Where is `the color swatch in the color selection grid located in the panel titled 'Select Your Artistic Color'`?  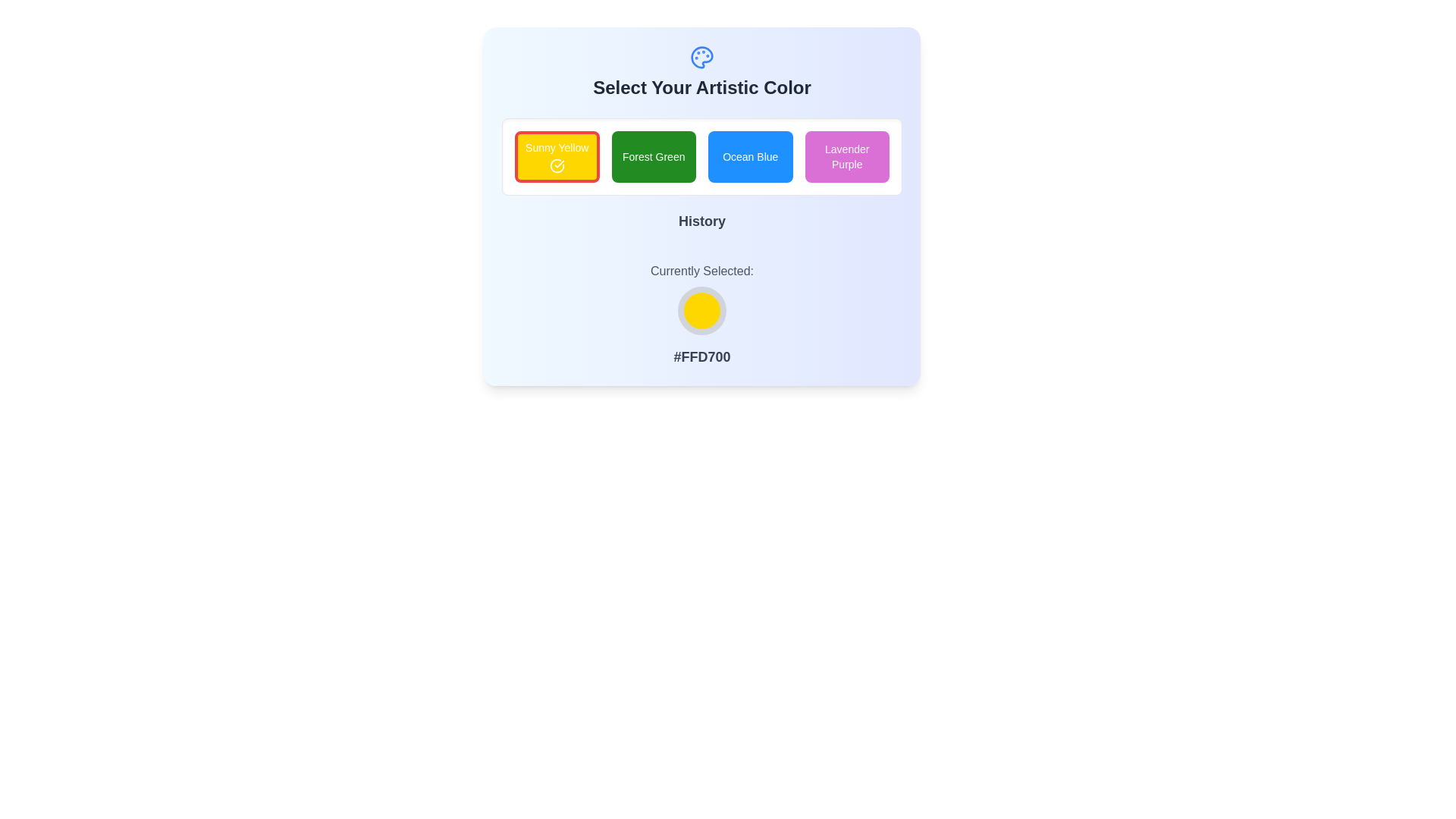
the color swatch in the color selection grid located in the panel titled 'Select Your Artistic Color' is located at coordinates (701, 157).